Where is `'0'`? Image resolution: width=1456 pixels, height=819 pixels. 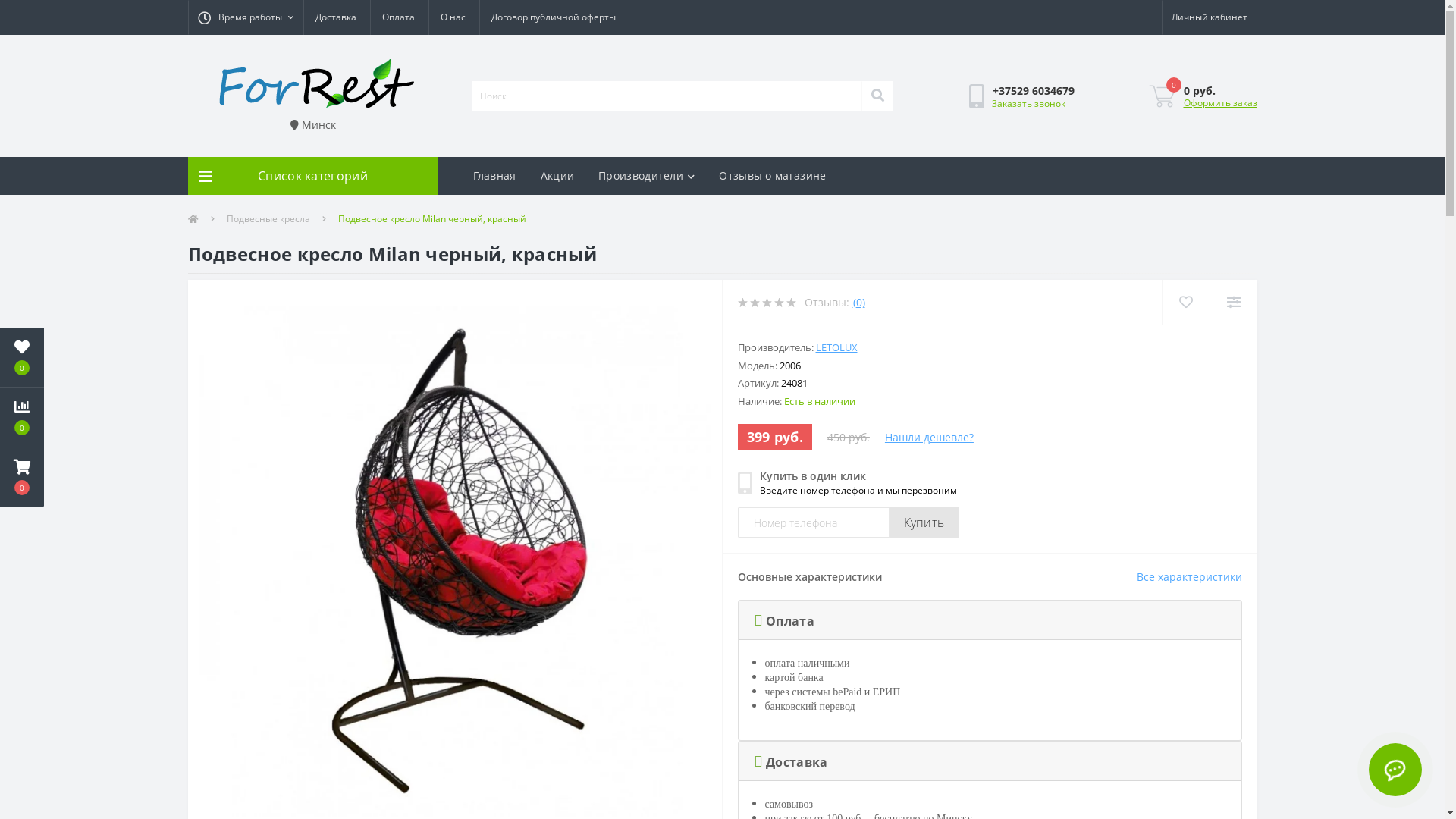
'0' is located at coordinates (0, 356).